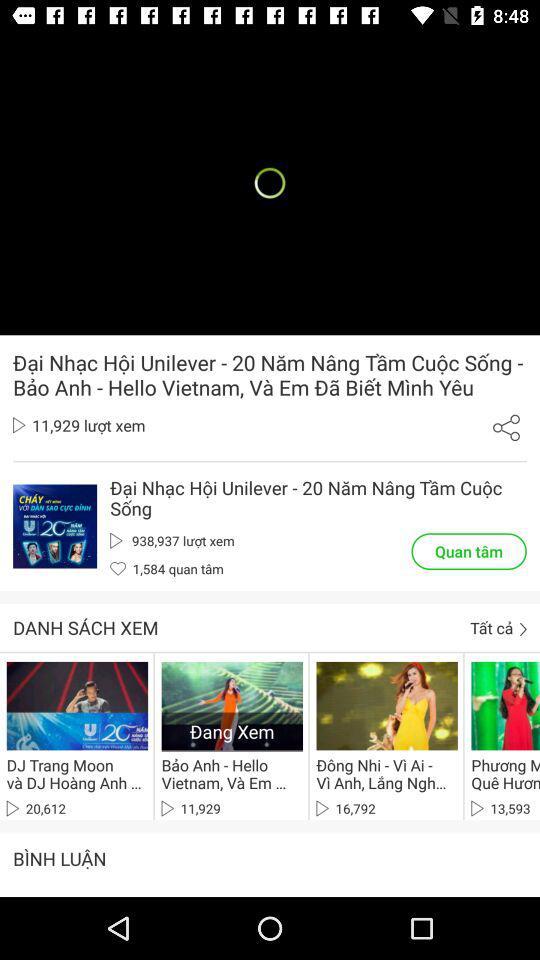 This screenshot has height=960, width=540. What do you see at coordinates (505, 427) in the screenshot?
I see `the button which is next to the 11929 lurot xem` at bounding box center [505, 427].